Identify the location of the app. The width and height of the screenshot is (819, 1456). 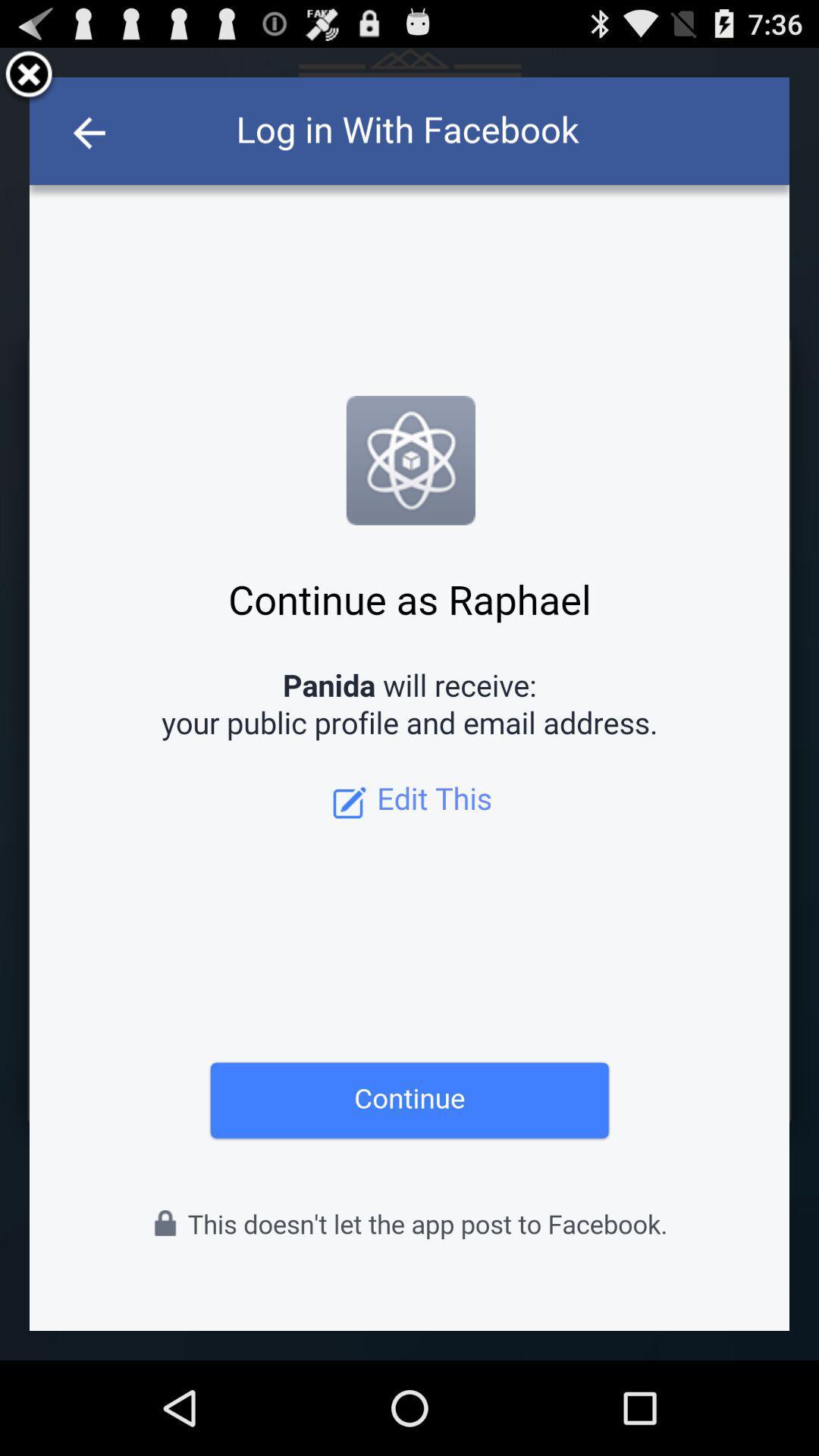
(29, 76).